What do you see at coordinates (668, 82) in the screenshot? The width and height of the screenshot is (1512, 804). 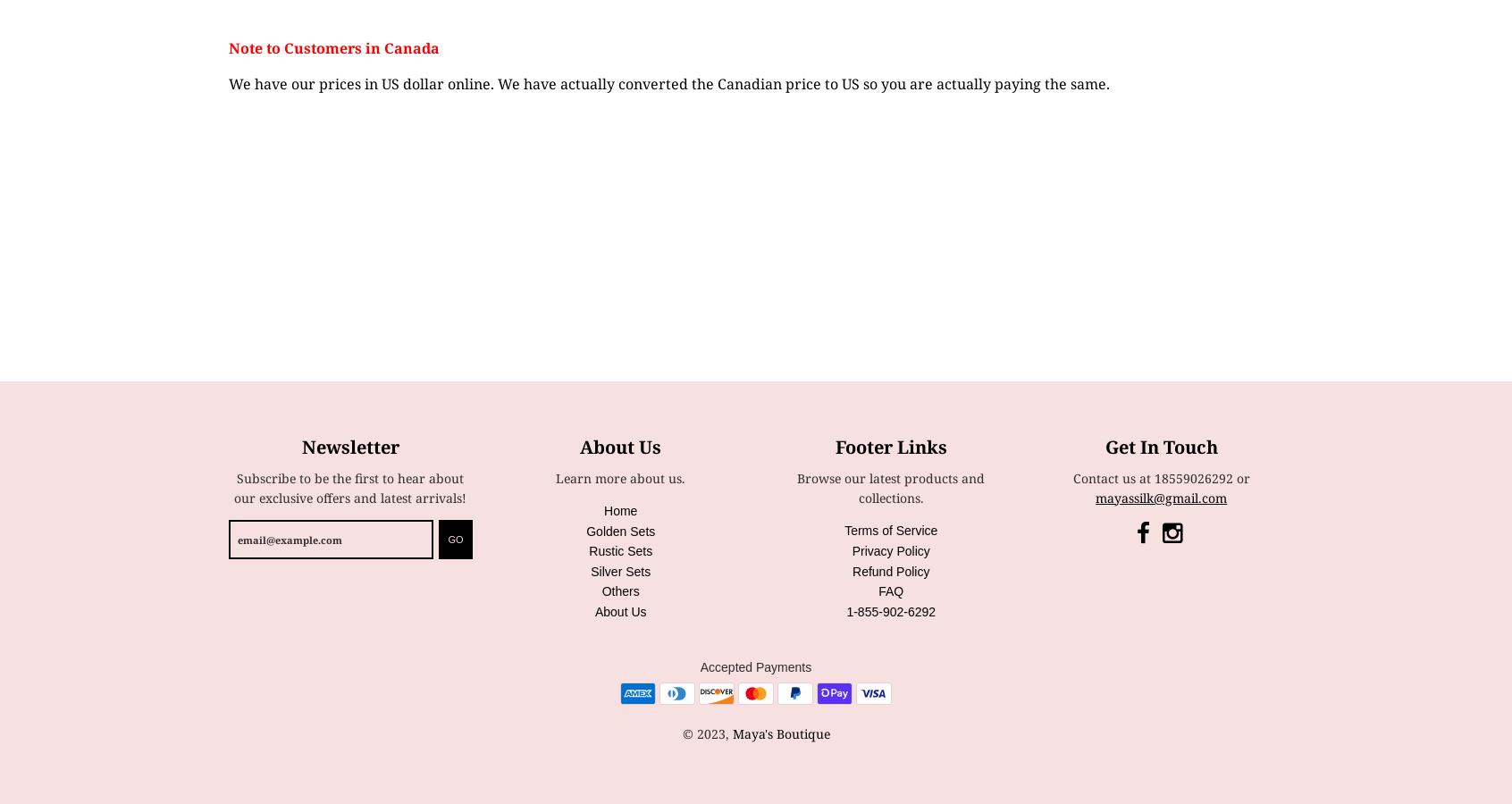 I see `'We have our prices in US dollar online. We have actually converted the Canadian price to US so you are actually paying the same.'` at bounding box center [668, 82].